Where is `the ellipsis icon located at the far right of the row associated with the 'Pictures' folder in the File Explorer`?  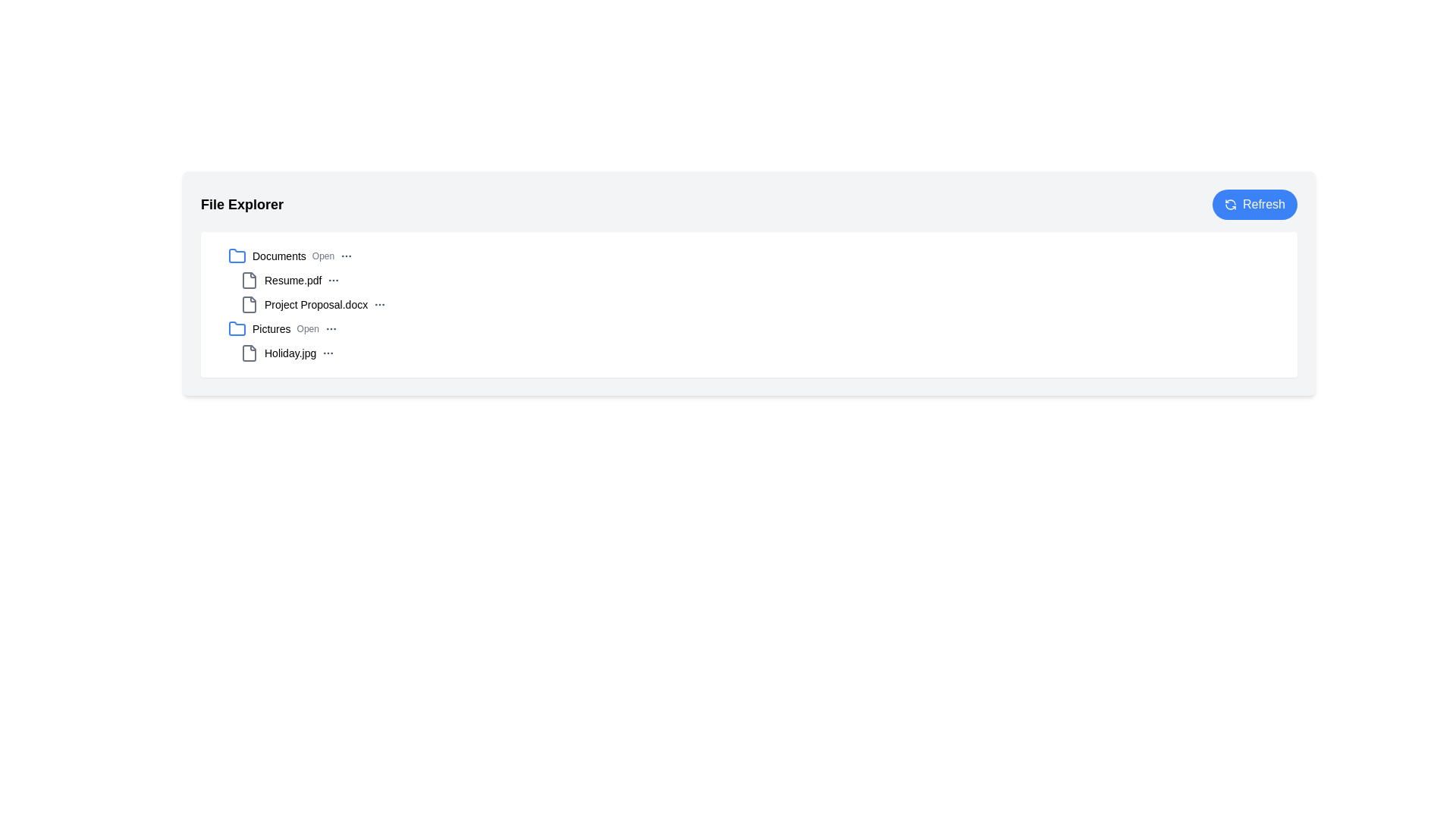 the ellipsis icon located at the far right of the row associated with the 'Pictures' folder in the File Explorer is located at coordinates (330, 328).